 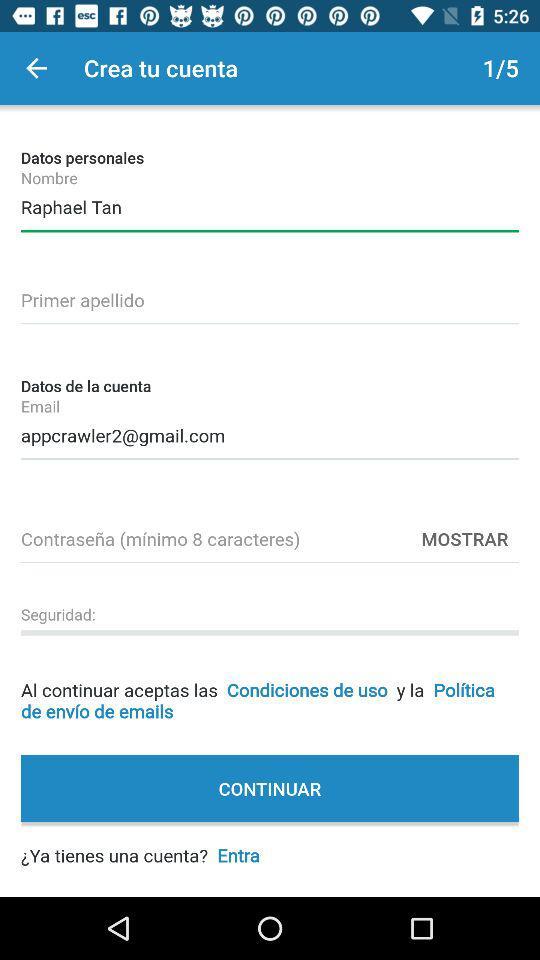 I want to click on al continuar aceptas, so click(x=270, y=684).